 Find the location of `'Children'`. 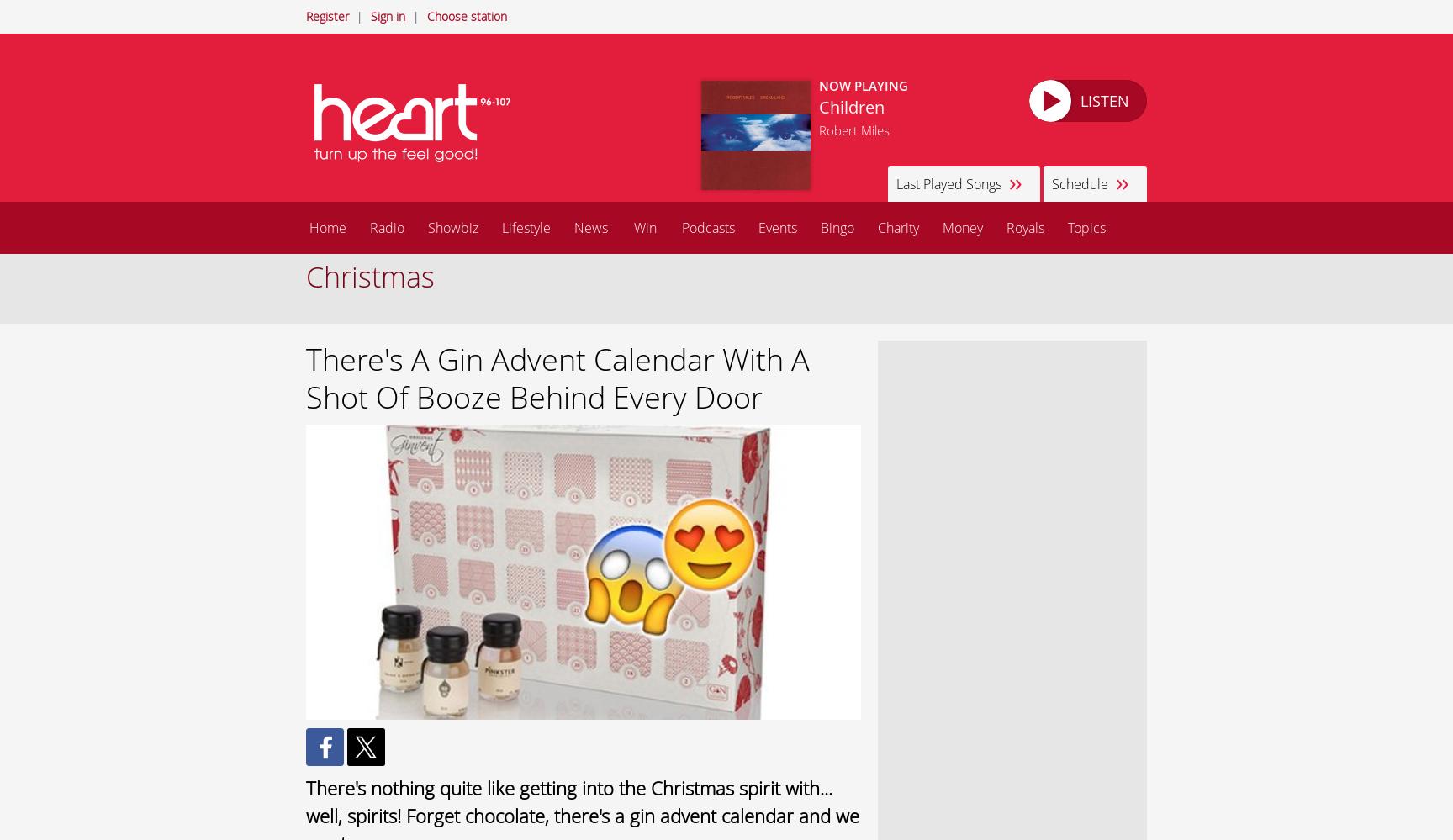

'Children' is located at coordinates (850, 107).